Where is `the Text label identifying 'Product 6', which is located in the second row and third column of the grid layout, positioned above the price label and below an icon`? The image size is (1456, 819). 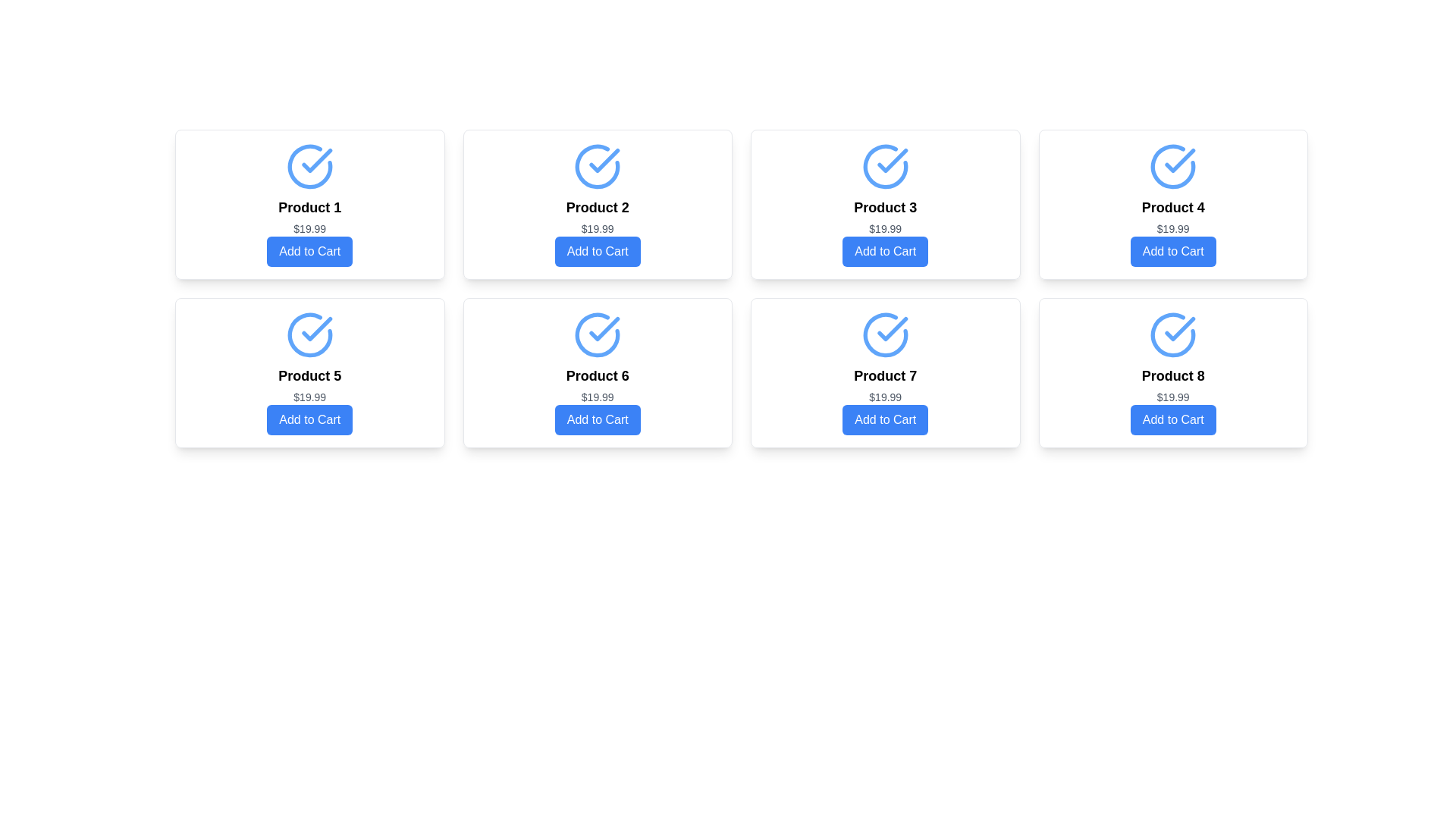 the Text label identifying 'Product 6', which is located in the second row and third column of the grid layout, positioned above the price label and below an icon is located at coordinates (597, 375).